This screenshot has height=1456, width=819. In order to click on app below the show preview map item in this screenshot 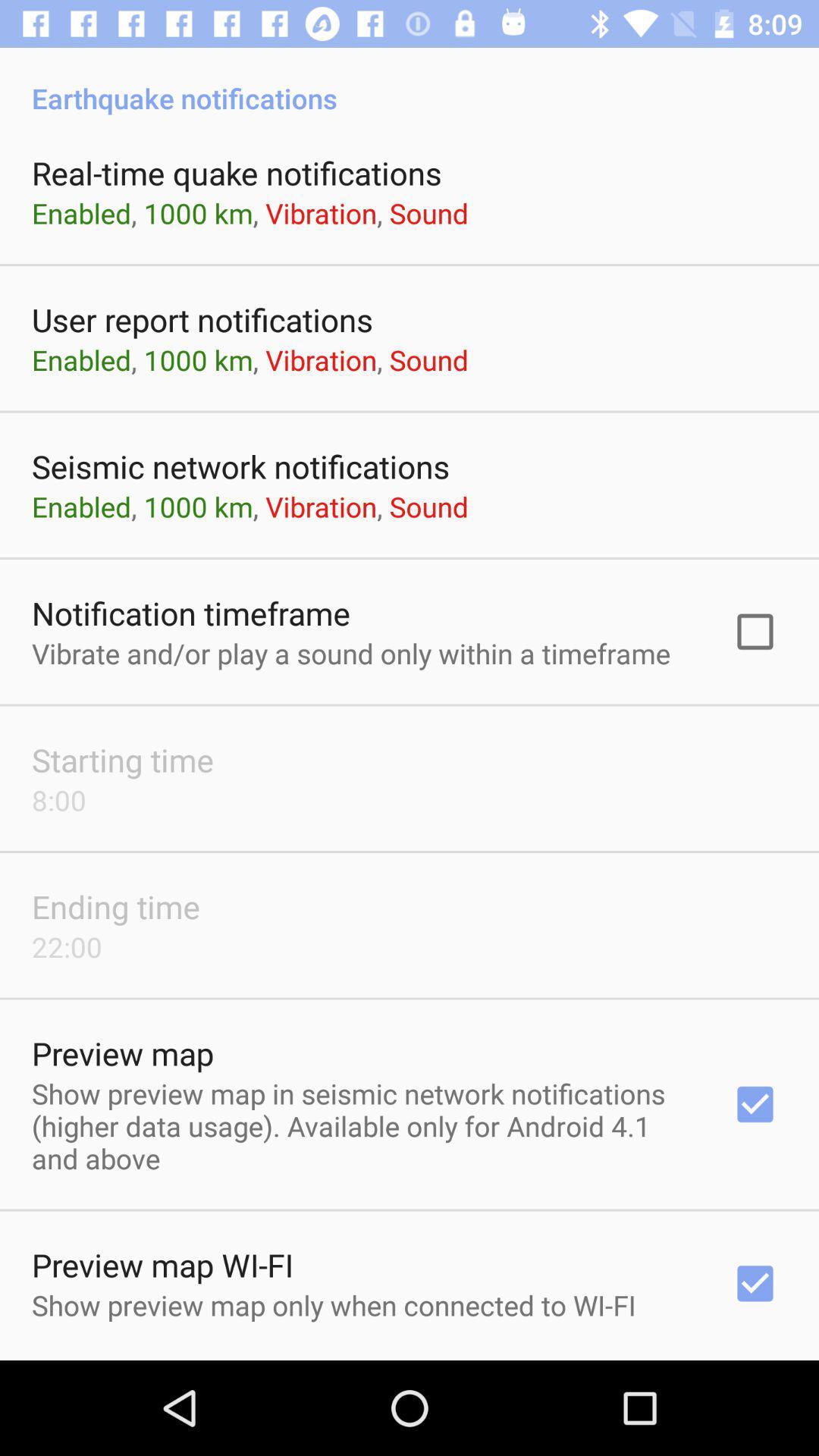, I will do `click(409, 1359)`.